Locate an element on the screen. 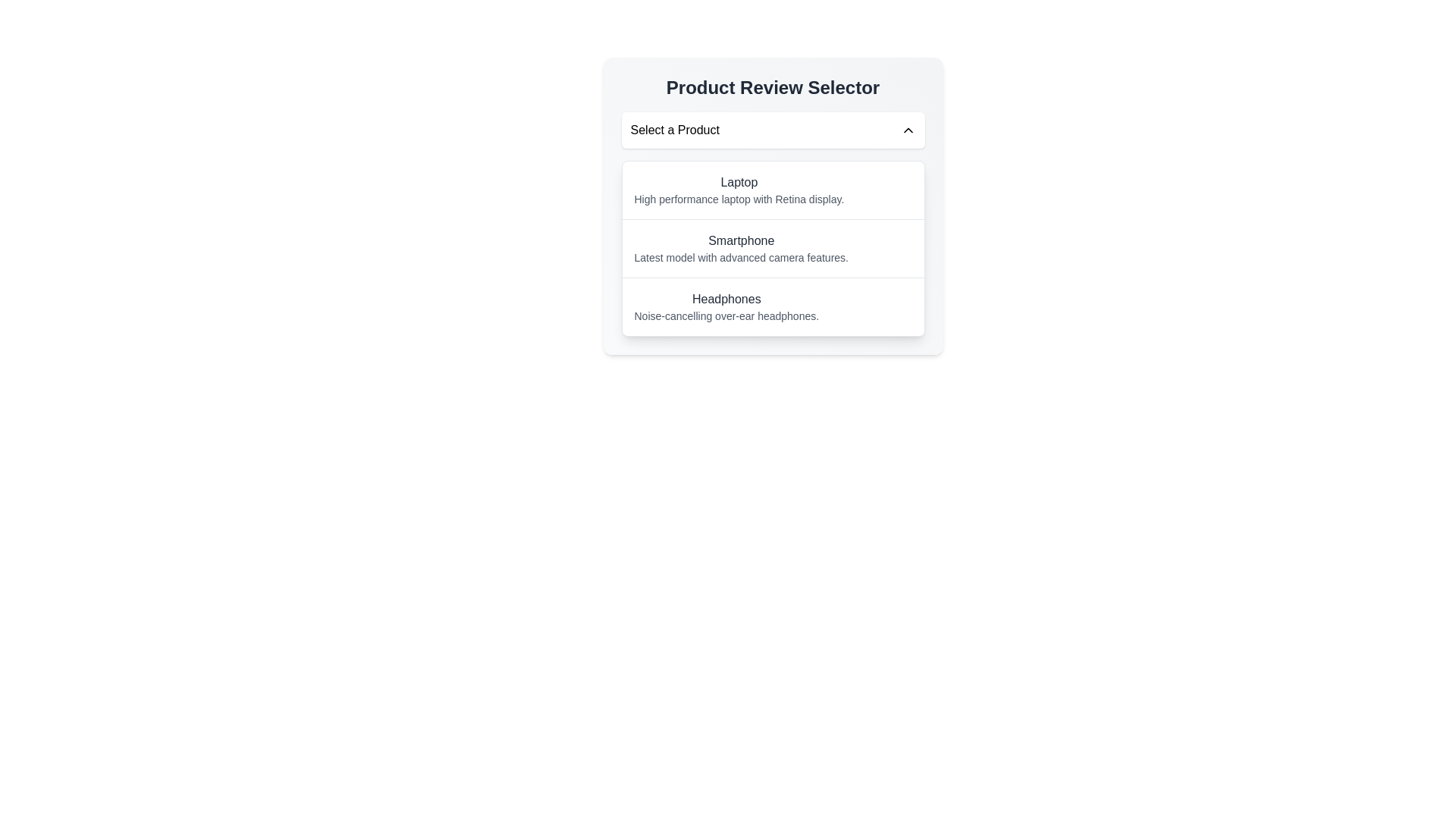  the Text Label that identifies the product category as 'Smartphone', which is positioned above the descriptive text block in the product review selector interface is located at coordinates (741, 240).